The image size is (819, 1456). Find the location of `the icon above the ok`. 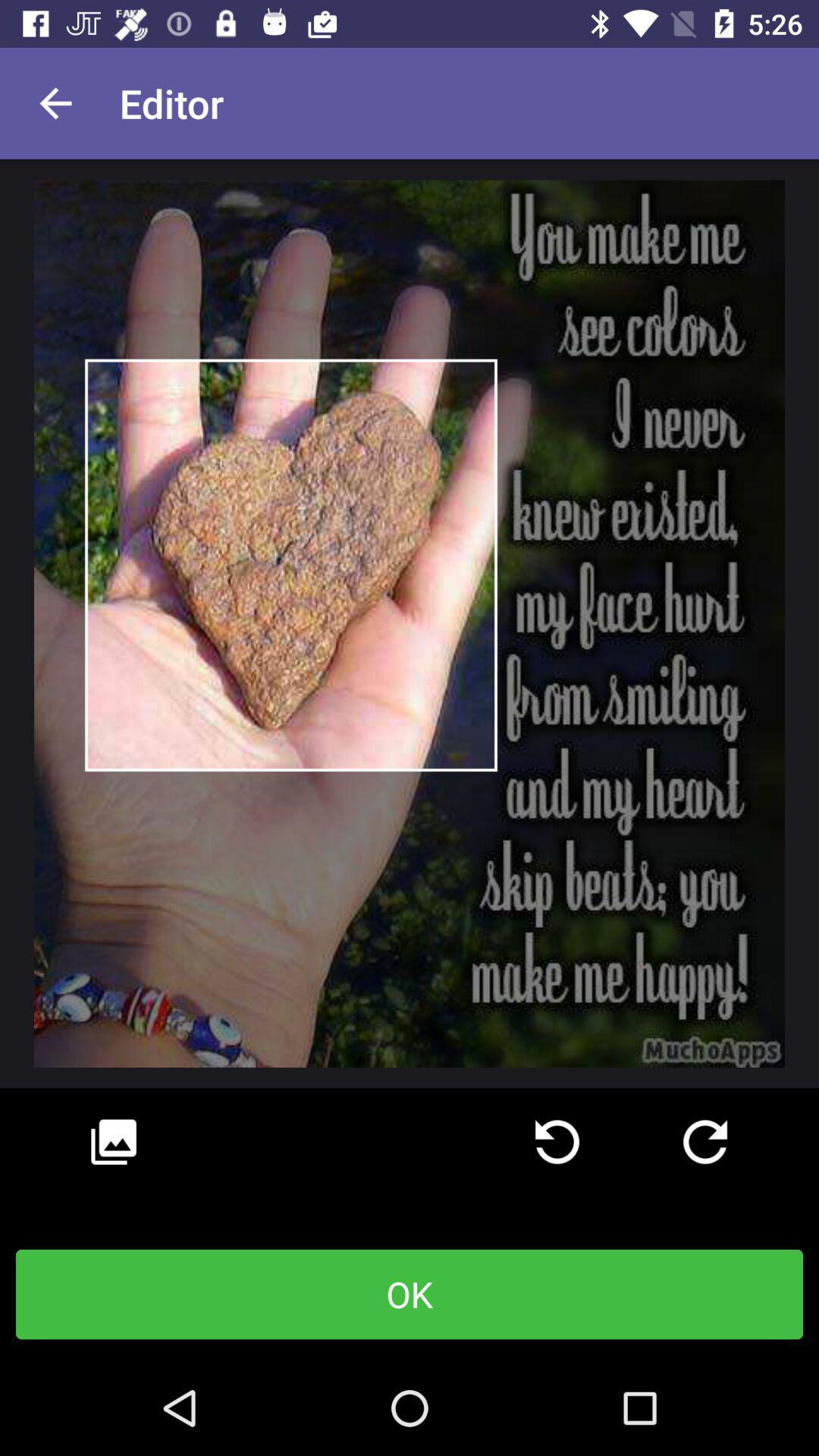

the icon above the ok is located at coordinates (557, 1142).